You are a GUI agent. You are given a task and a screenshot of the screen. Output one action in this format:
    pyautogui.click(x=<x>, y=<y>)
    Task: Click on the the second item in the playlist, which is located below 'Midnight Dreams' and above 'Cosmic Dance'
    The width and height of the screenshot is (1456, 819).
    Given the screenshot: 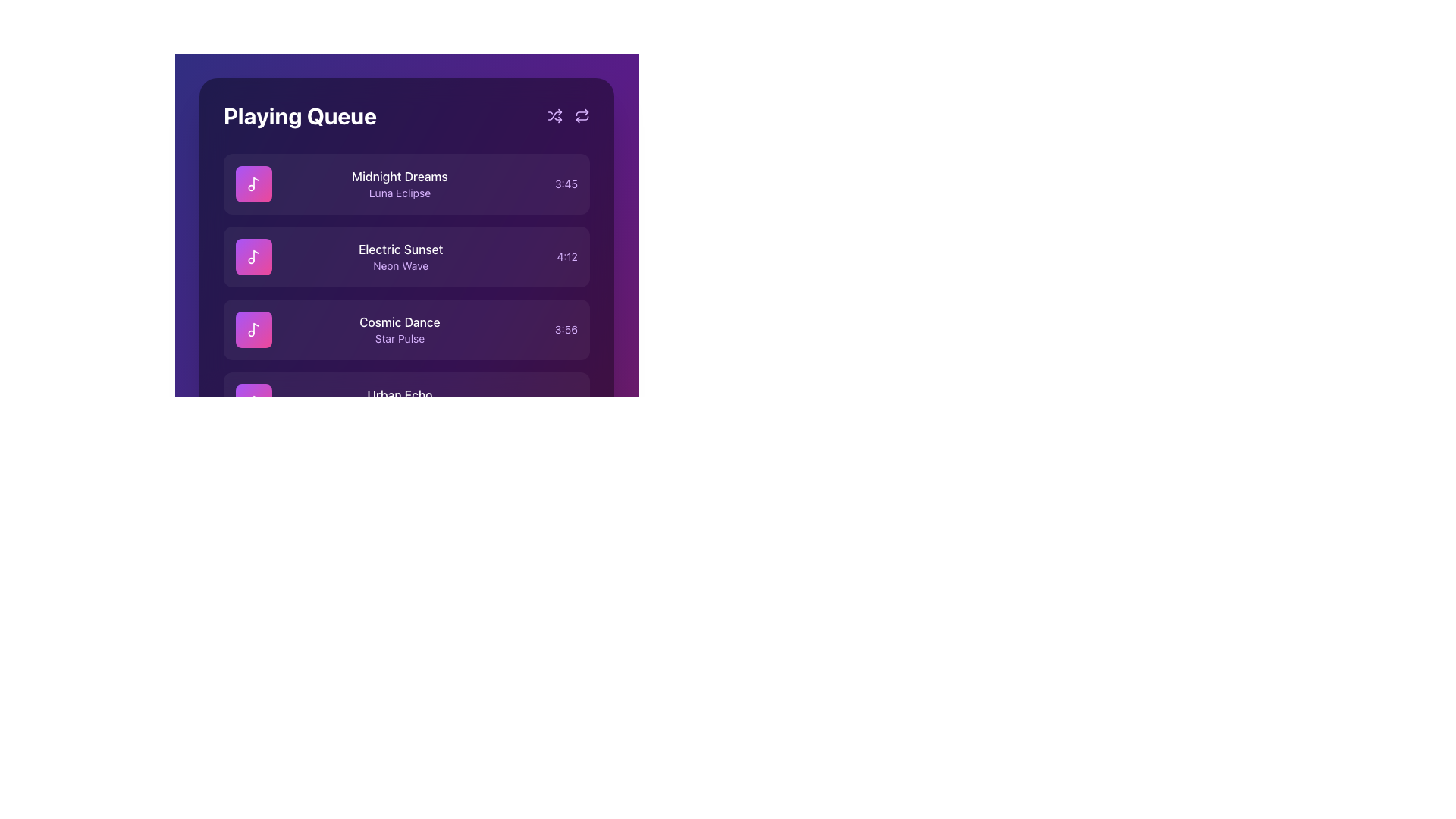 What is the action you would take?
    pyautogui.click(x=406, y=256)
    